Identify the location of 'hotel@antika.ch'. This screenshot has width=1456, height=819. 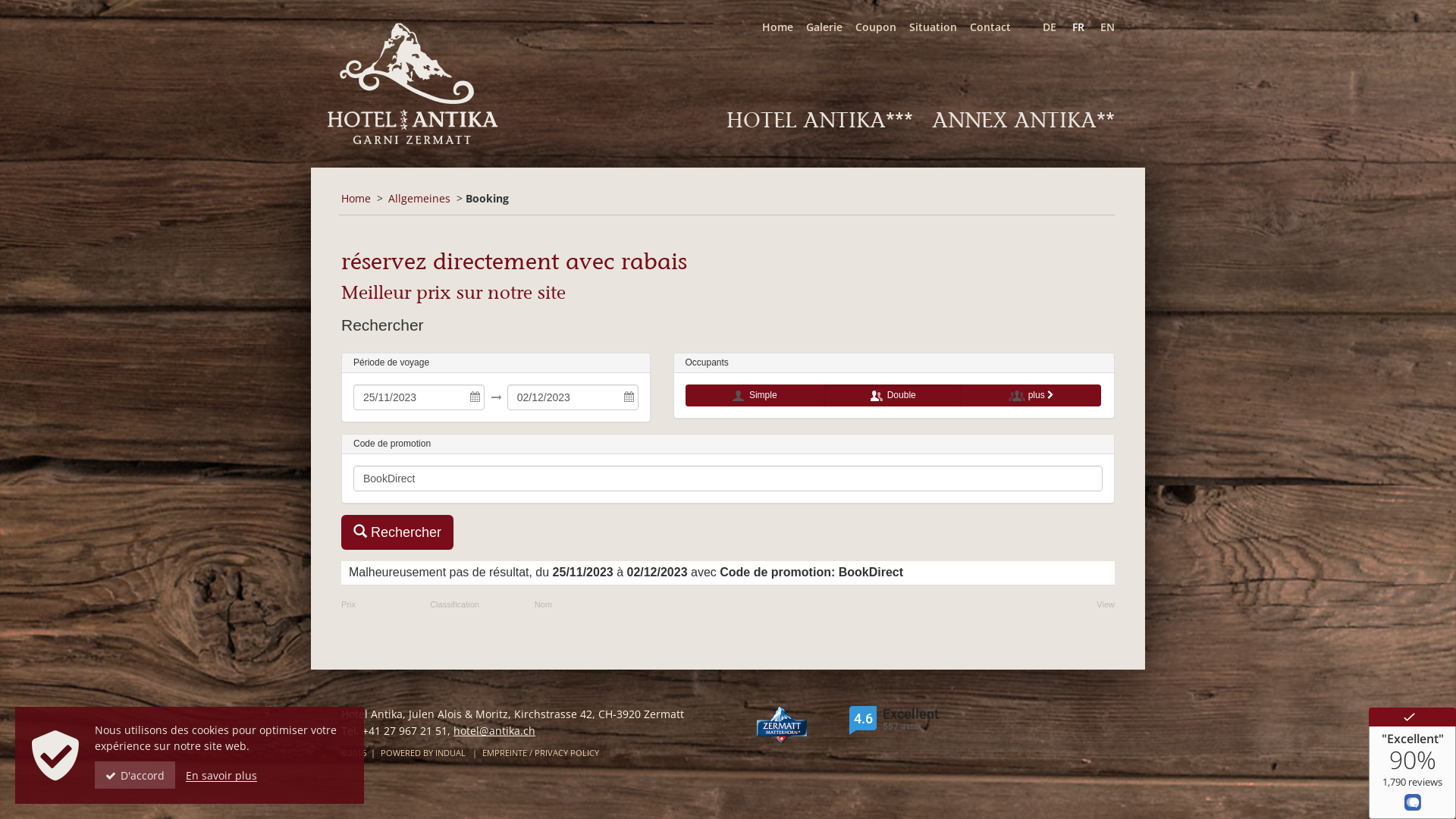
(494, 730).